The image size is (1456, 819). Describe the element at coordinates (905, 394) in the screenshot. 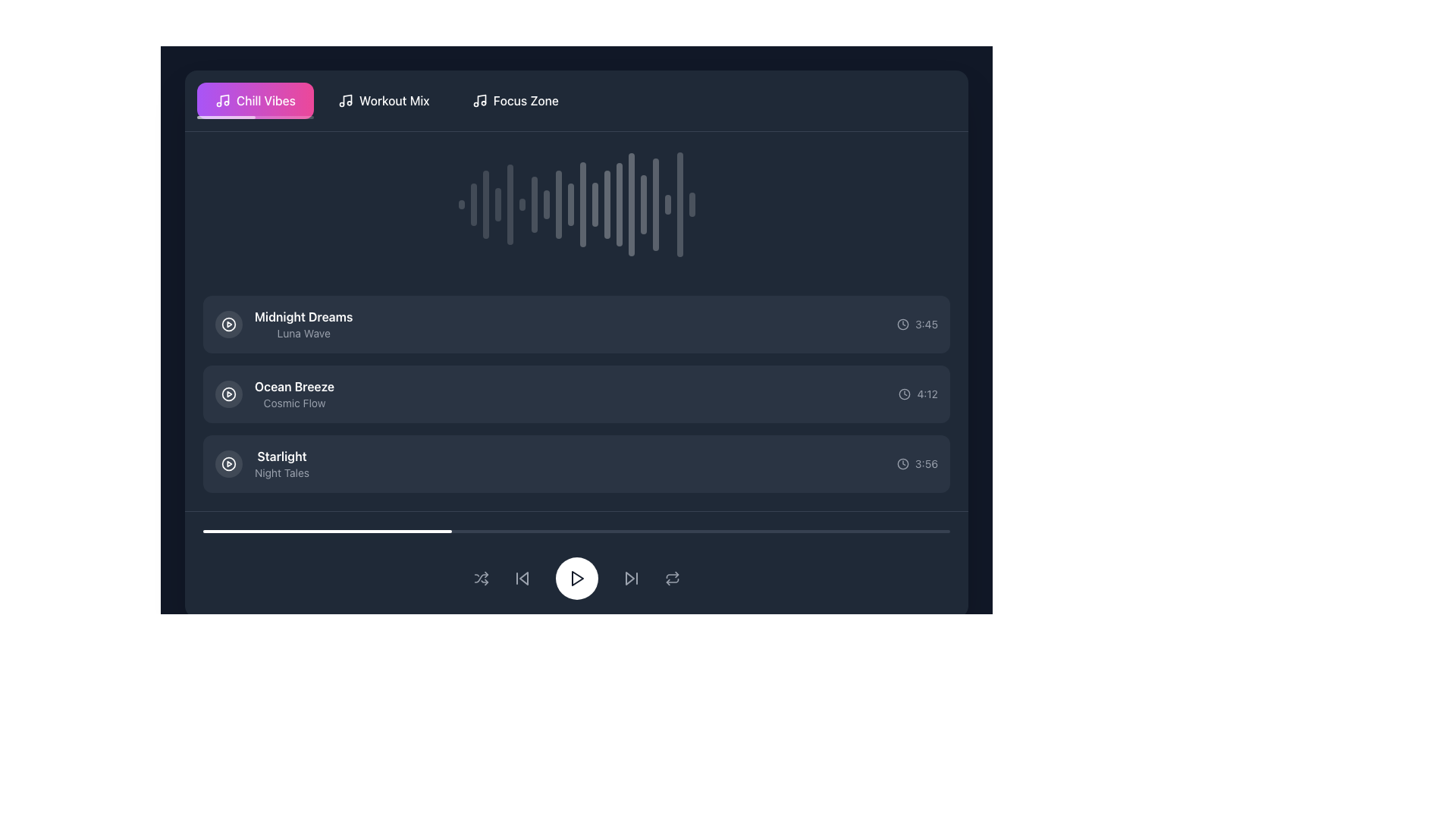

I see `the duration indicator for the track 'Ocean Breeze' located at the rightmost edge of the second row in the playlist` at that location.